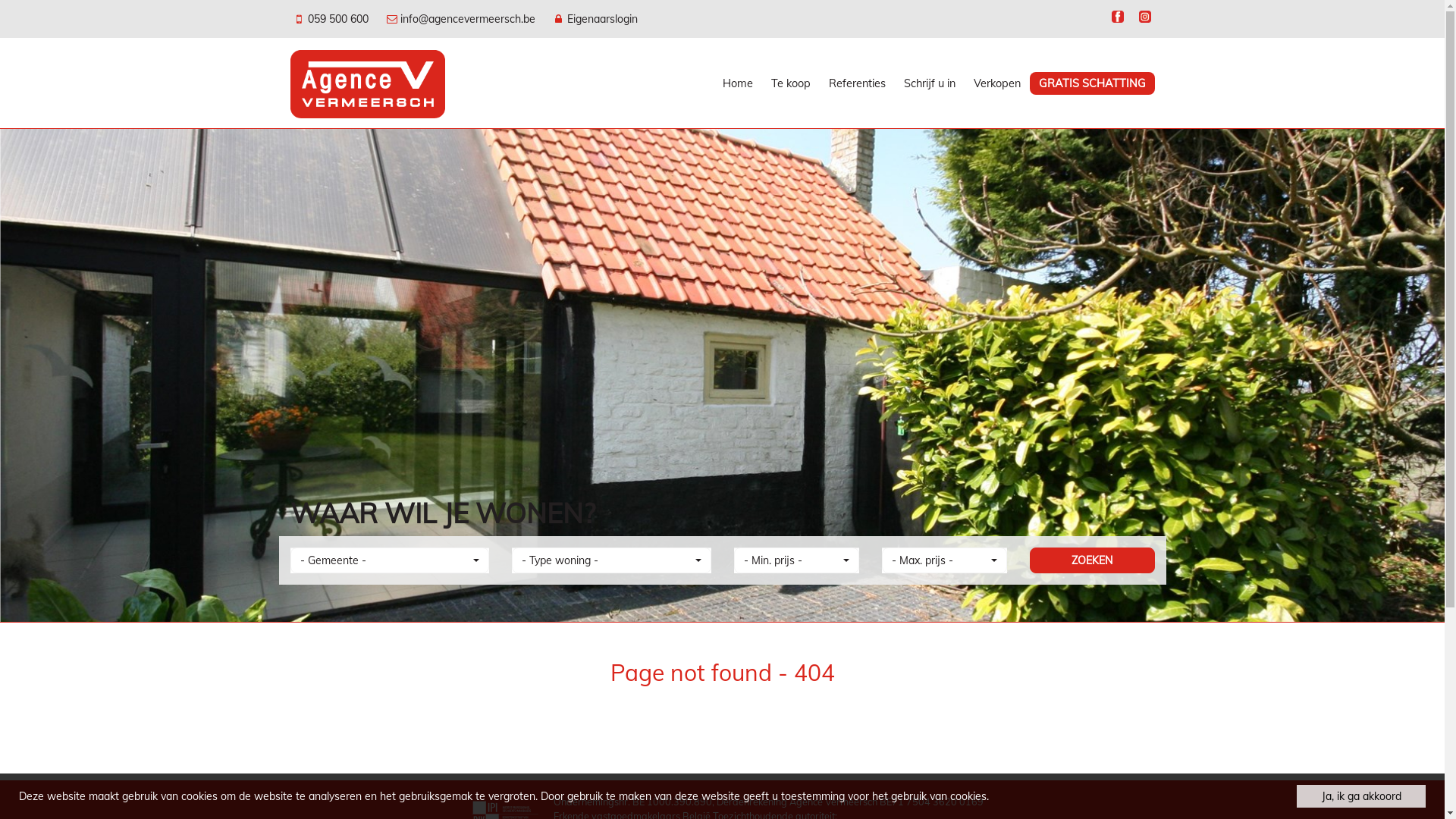 The width and height of the screenshot is (1456, 819). I want to click on '- Type woning -, so click(611, 560).